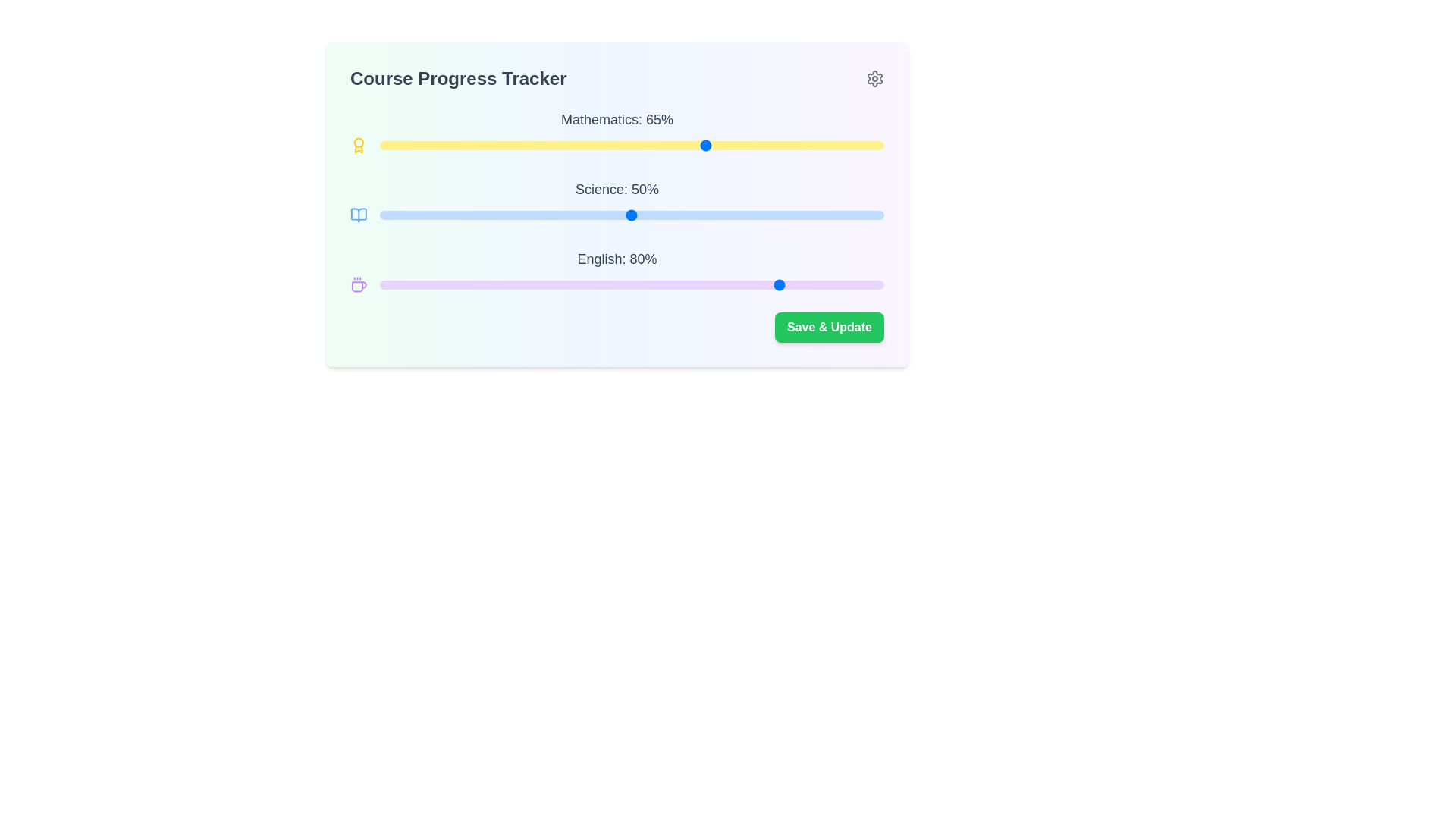 This screenshot has width=1456, height=819. I want to click on the Text display element indicating the percentage progress for Mathematics, located in the upper section of the 'Course Progress Tracker' card, so click(617, 119).